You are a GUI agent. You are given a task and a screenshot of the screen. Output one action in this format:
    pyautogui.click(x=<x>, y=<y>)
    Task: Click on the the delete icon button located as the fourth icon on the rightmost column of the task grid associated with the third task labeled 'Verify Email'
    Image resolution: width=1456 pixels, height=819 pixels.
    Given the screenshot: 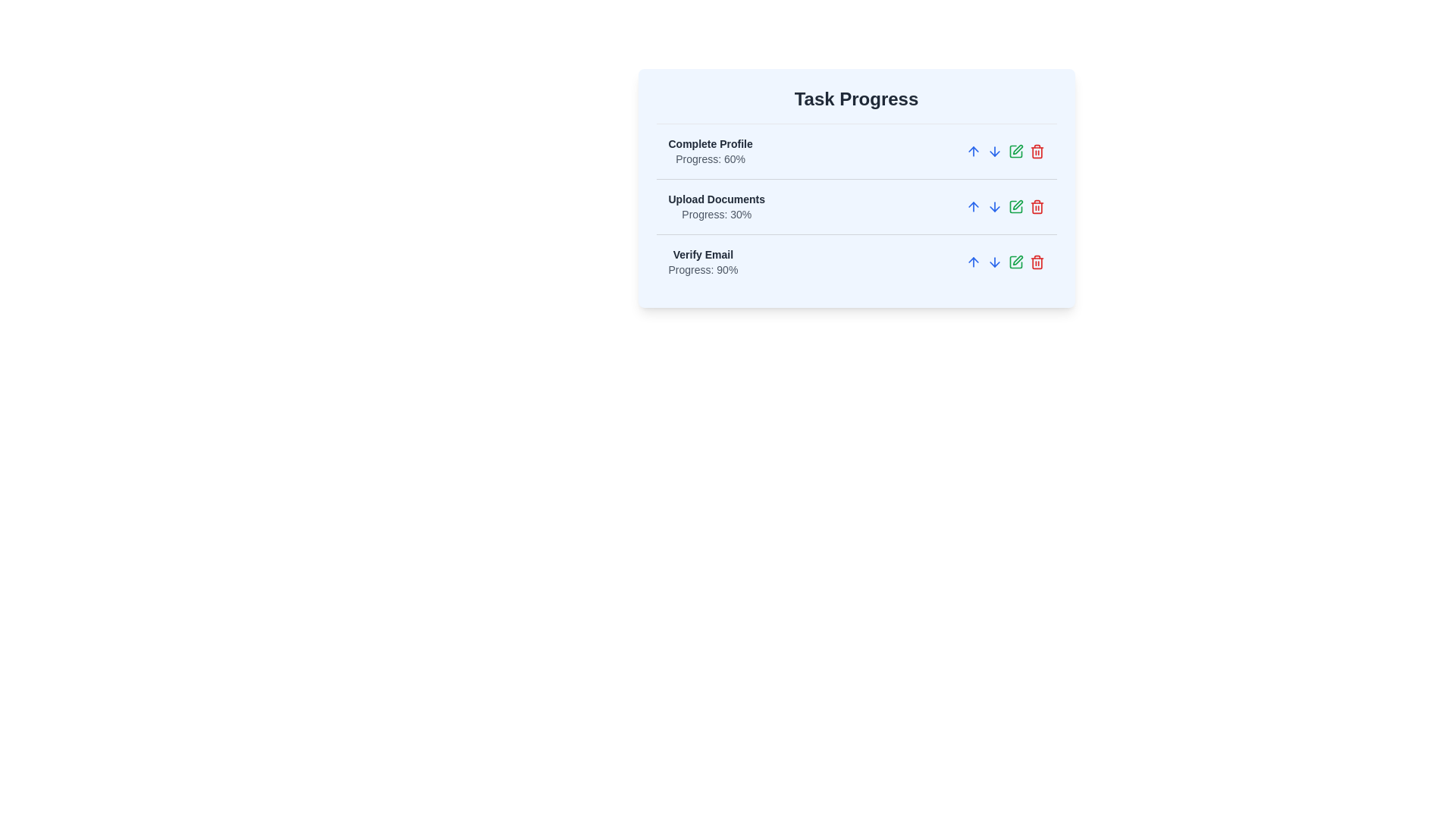 What is the action you would take?
    pyautogui.click(x=1036, y=152)
    